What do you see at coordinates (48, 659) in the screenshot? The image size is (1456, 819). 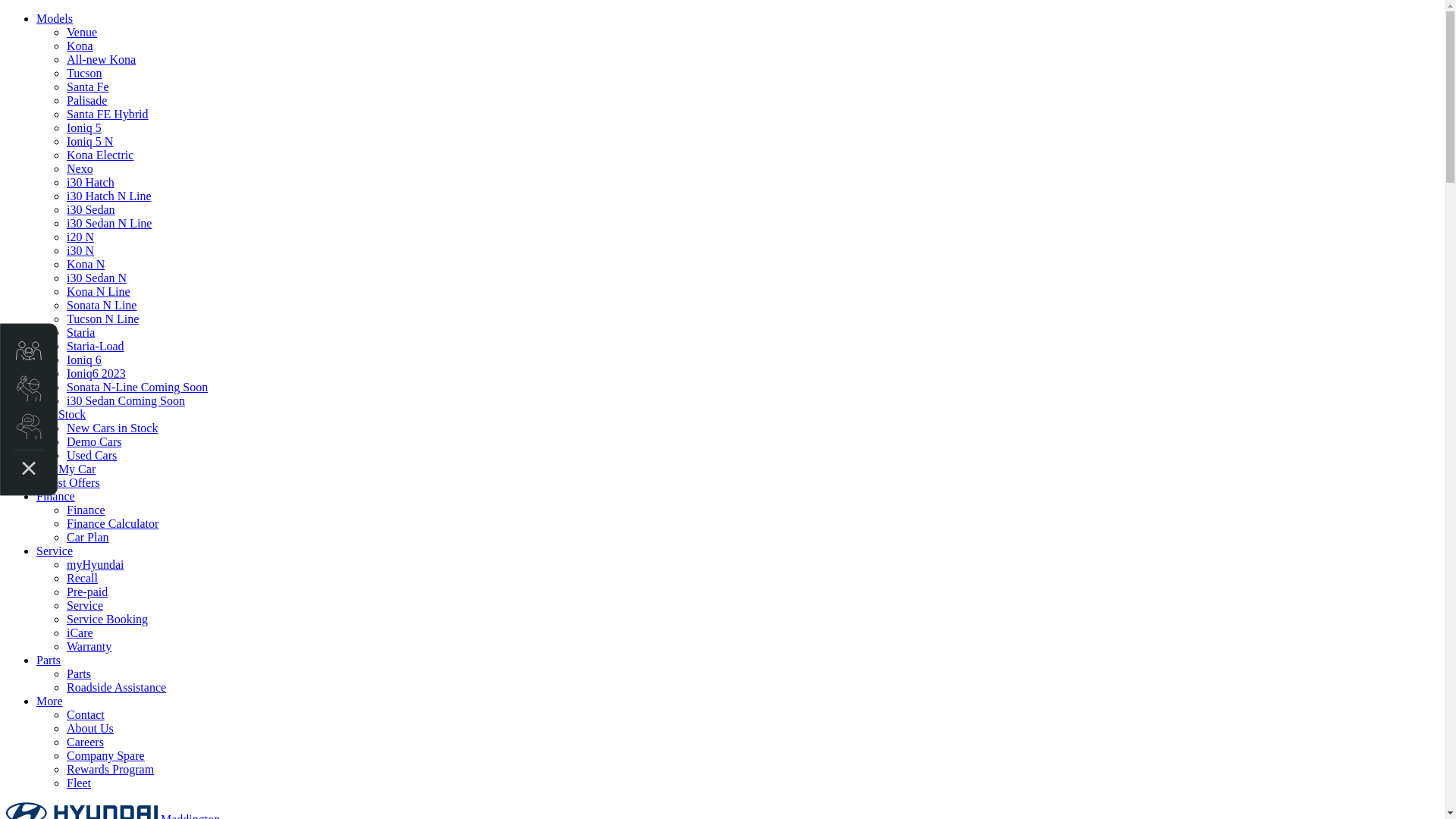 I see `'Parts'` at bounding box center [48, 659].